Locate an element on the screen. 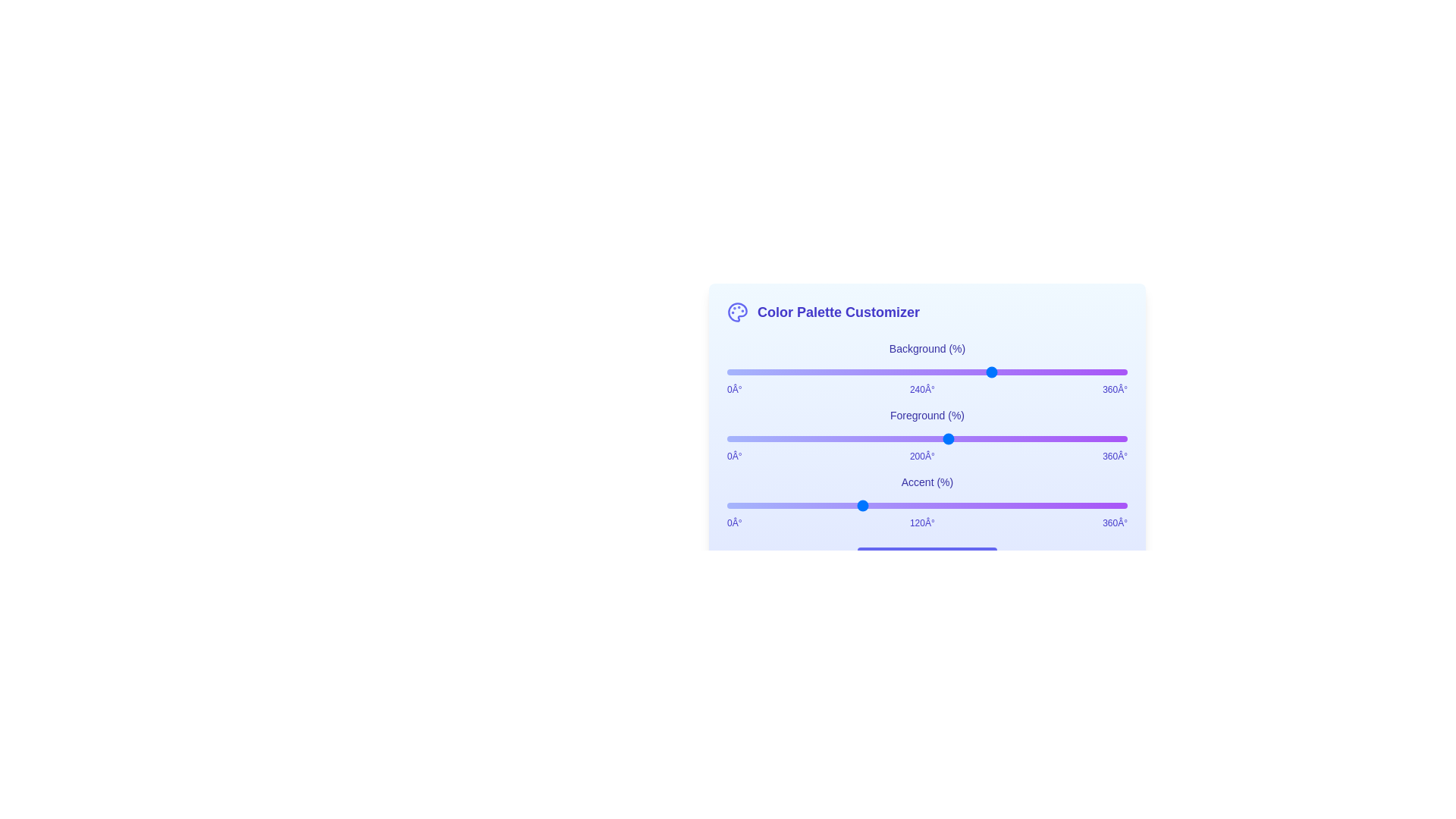 This screenshot has width=1456, height=819. the background color slider to set the hue to 1 degrees is located at coordinates (728, 372).